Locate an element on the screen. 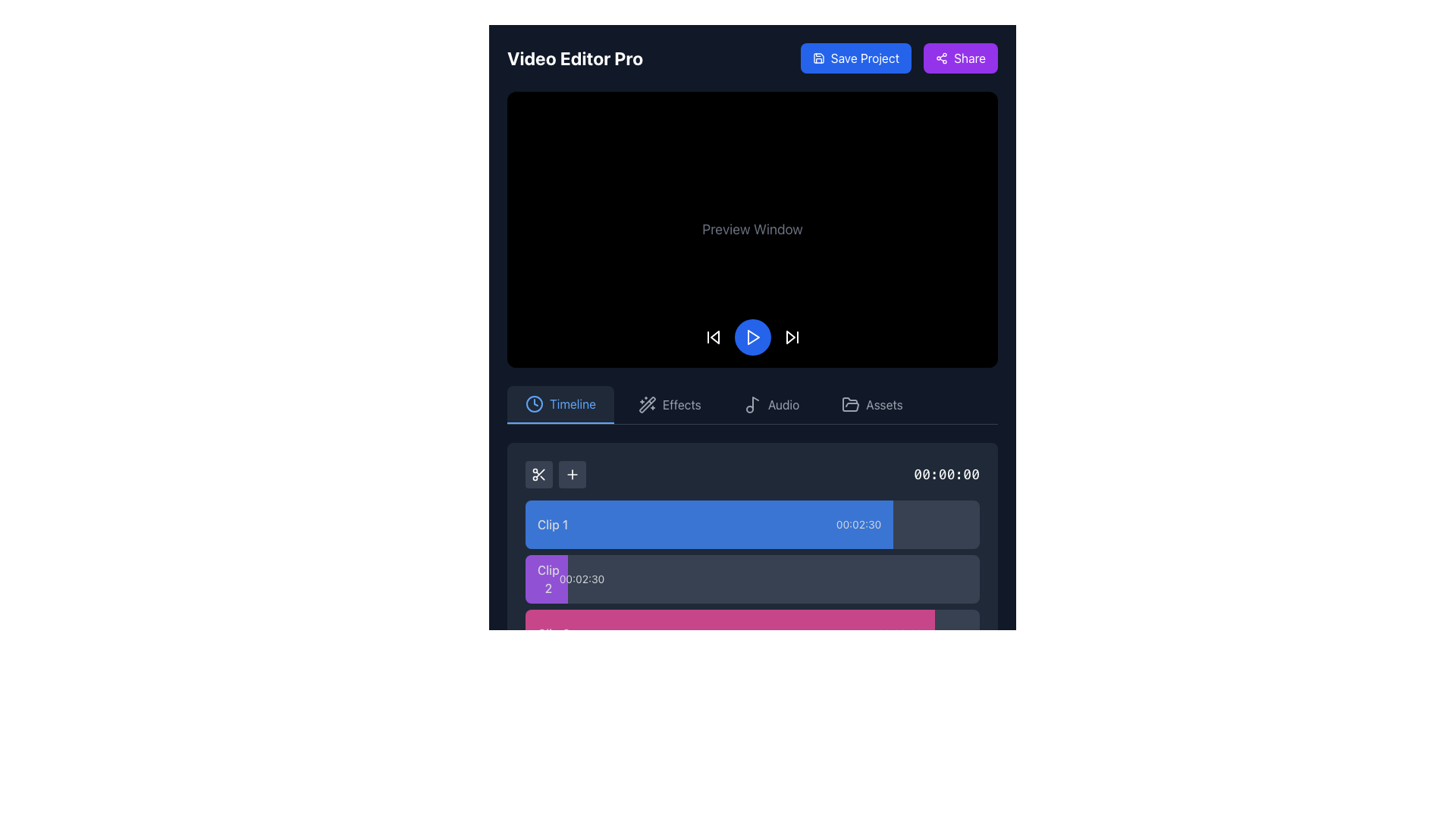 The image size is (1456, 819). the 'Timeline' button, which is the first button in the navigation bar located beneath the preview window is located at coordinates (560, 403).